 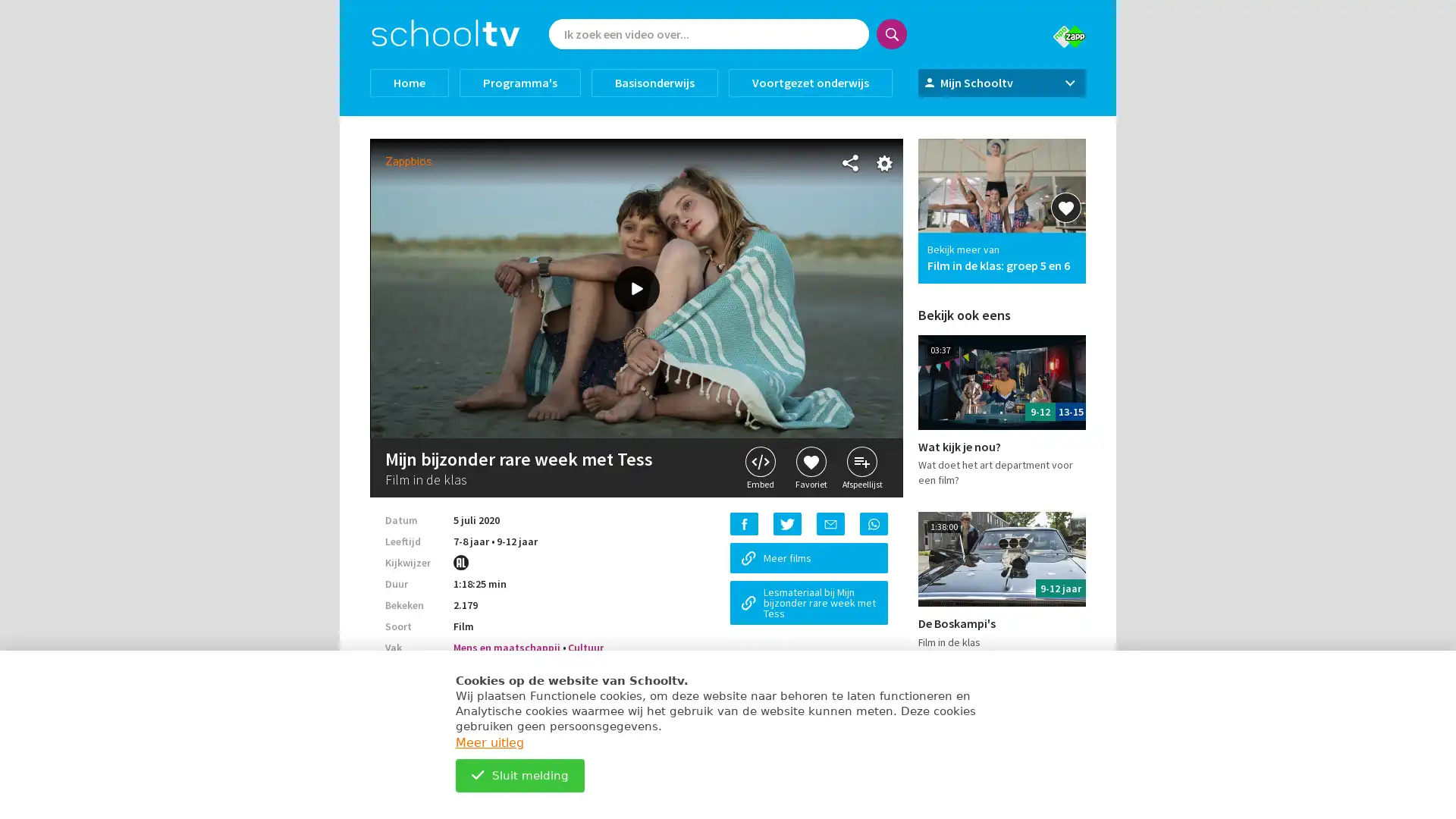 I want to click on Afspeellijst, so click(x=862, y=467).